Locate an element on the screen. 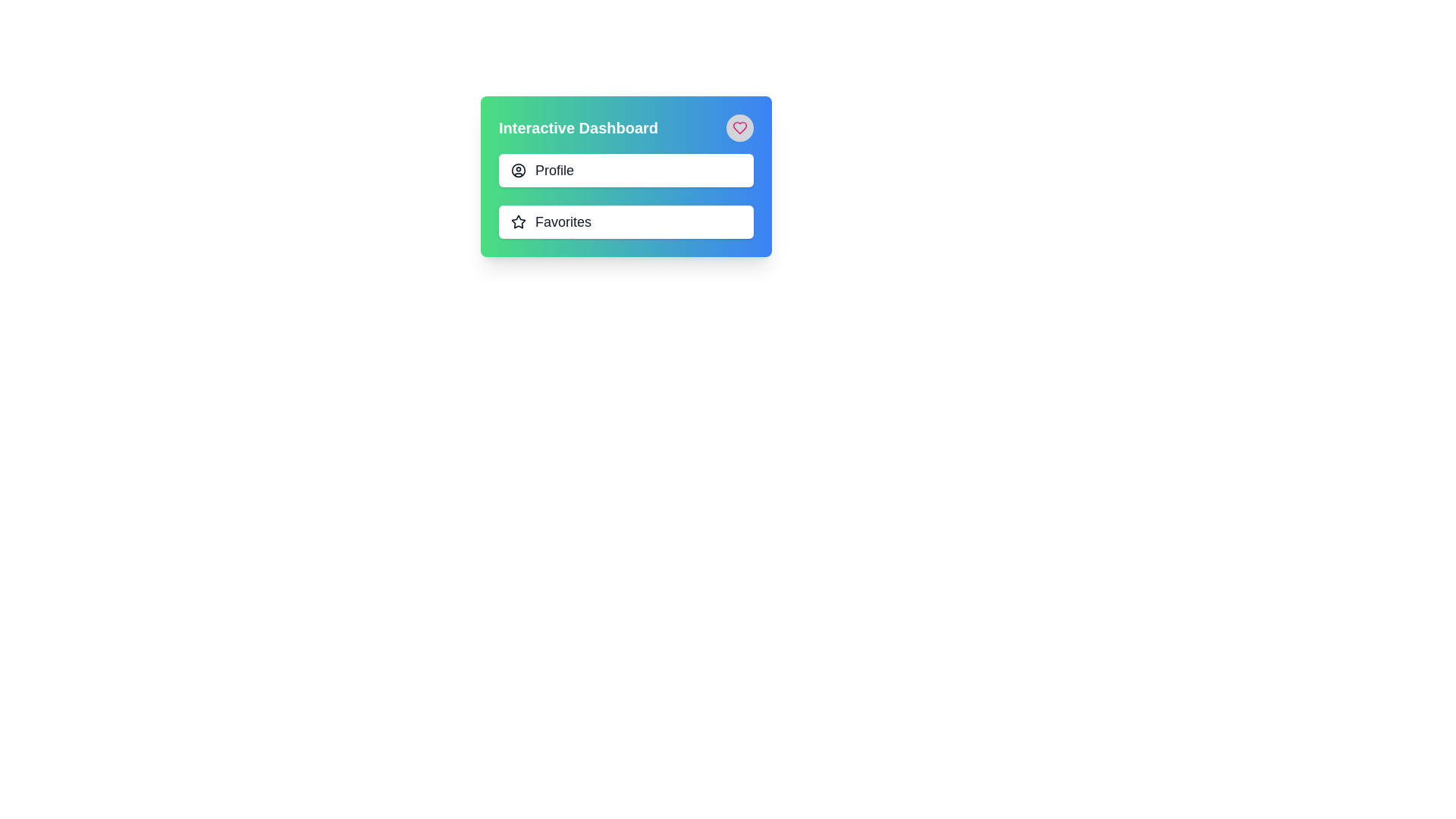 The height and width of the screenshot is (819, 1456). the user profile icon located within the 'Profile' group is located at coordinates (519, 170).